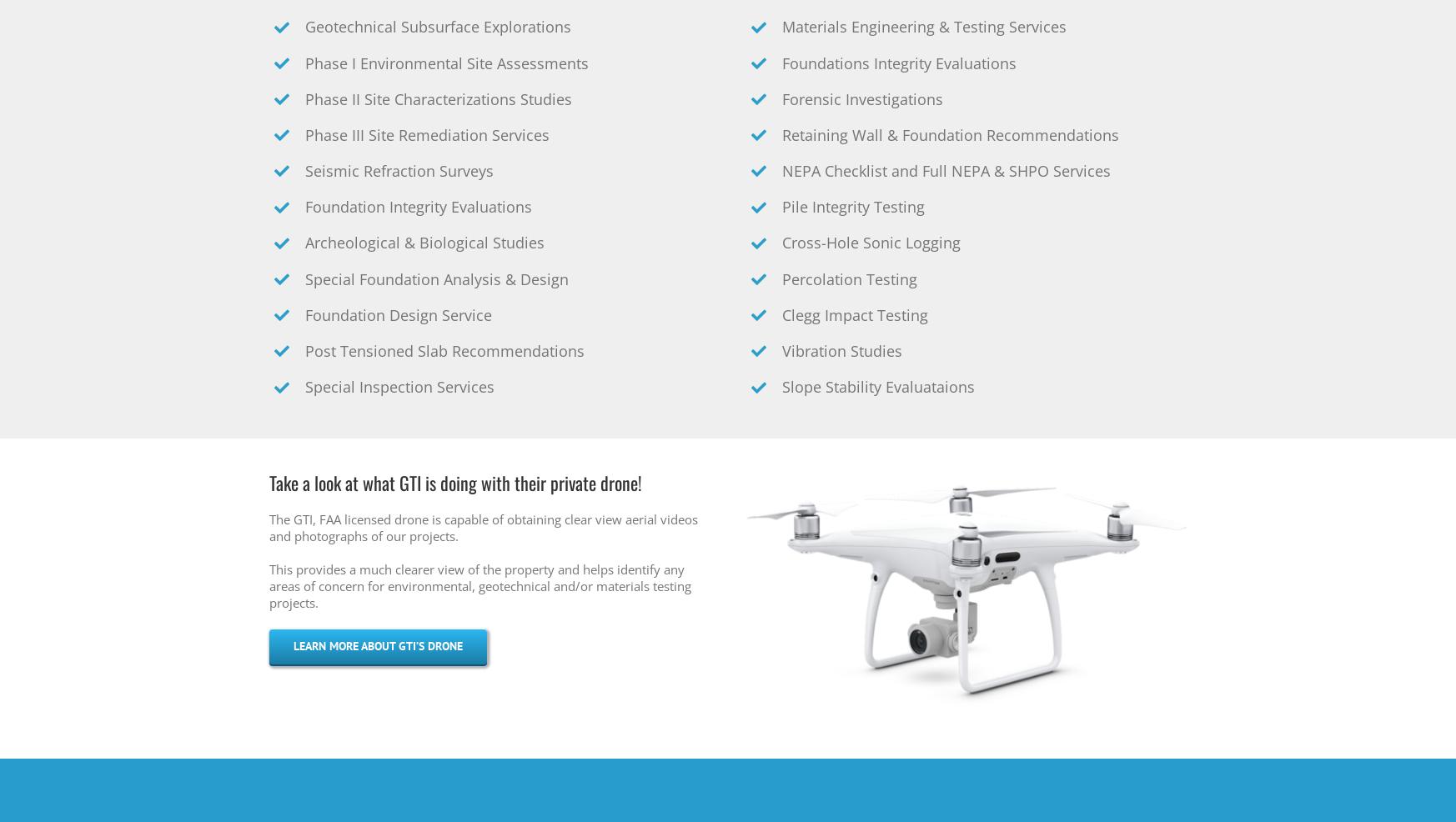 This screenshot has height=822, width=1456. I want to click on 'Forensic Investigations', so click(862, 99).